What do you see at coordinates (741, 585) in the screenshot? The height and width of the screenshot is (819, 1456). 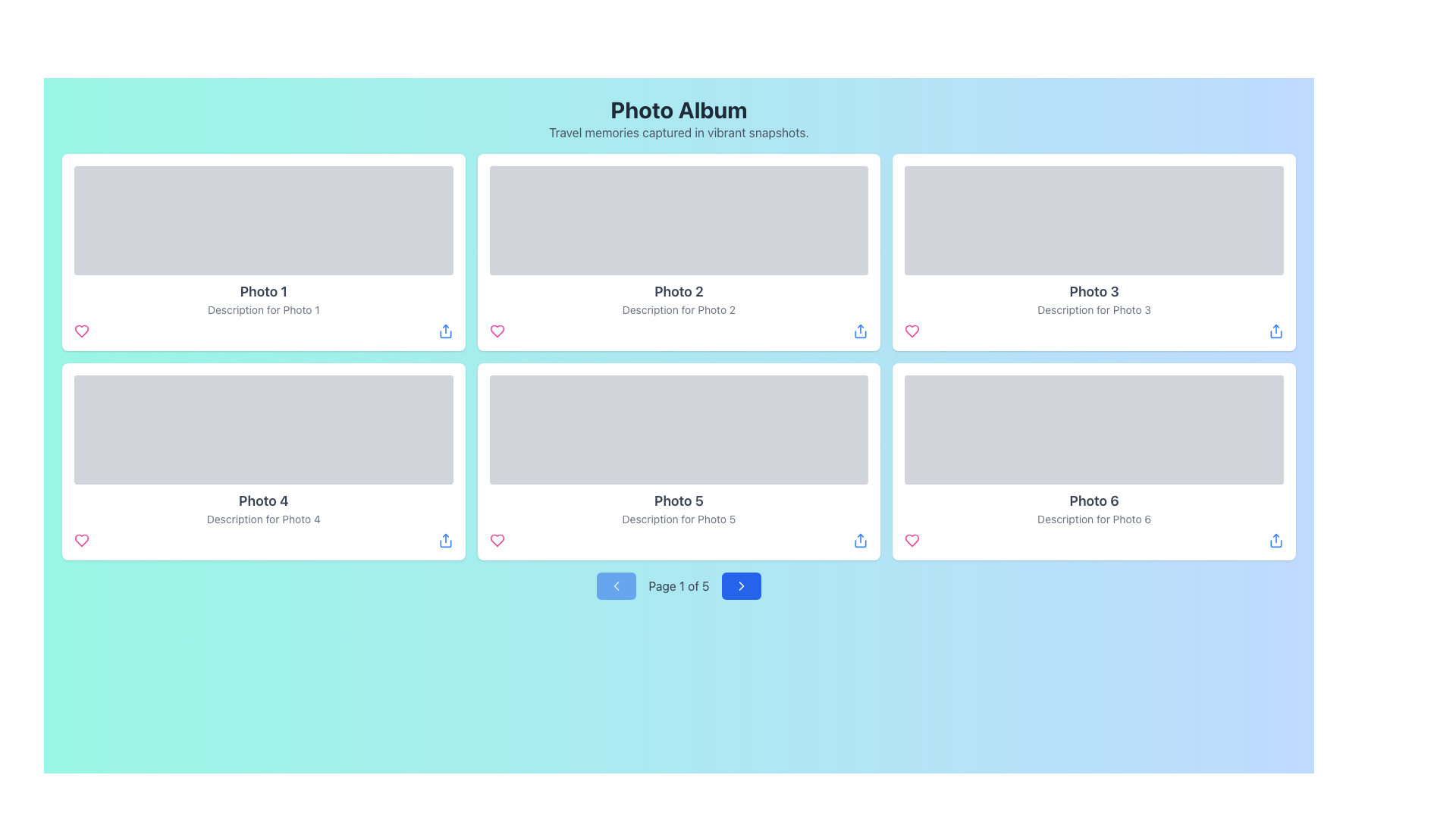 I see `the forward navigation arrow icon located within the blue rectangular button on the right side of the pagination control bar` at bounding box center [741, 585].